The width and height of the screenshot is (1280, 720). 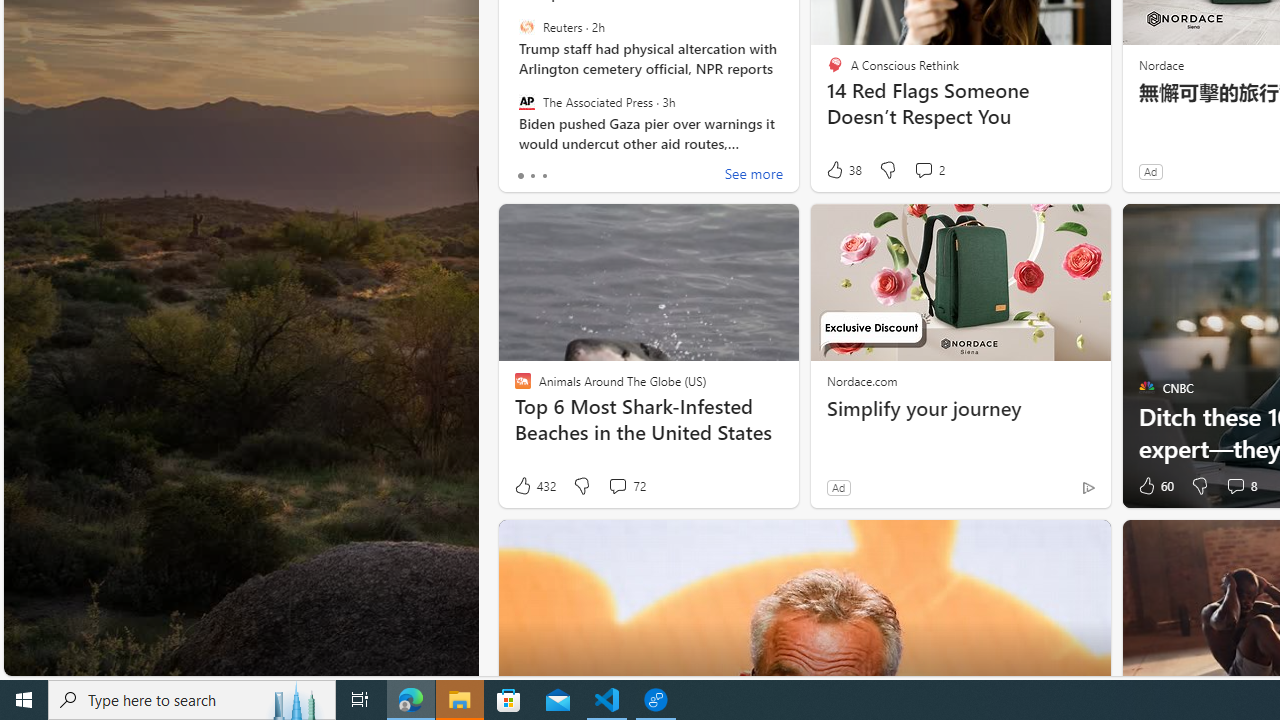 I want to click on 'Simplify your journey', so click(x=960, y=407).